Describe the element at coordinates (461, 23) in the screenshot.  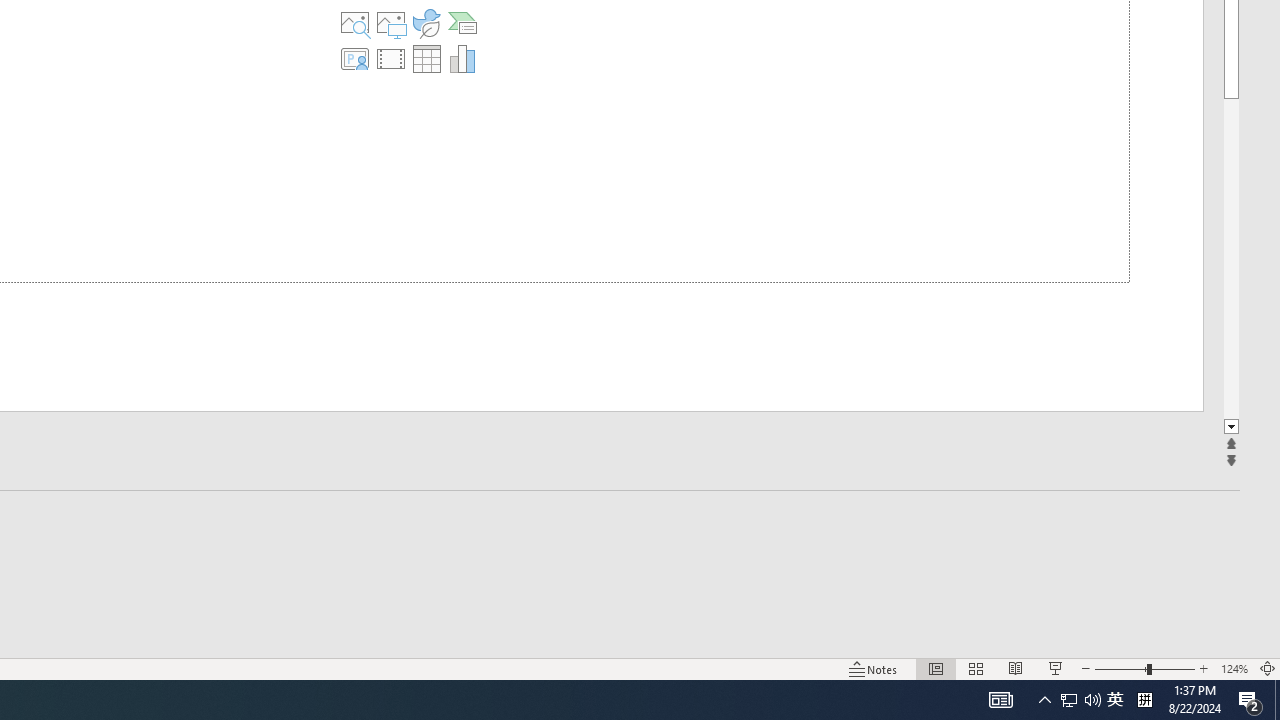
I see `'Insert a SmartArt Graphic'` at that location.